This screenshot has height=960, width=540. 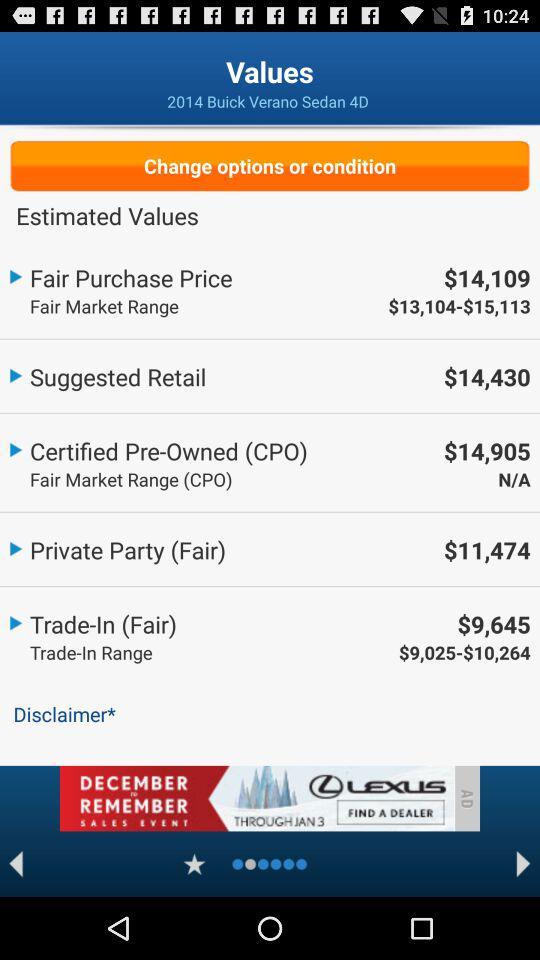 I want to click on the play icon, so click(x=523, y=924).